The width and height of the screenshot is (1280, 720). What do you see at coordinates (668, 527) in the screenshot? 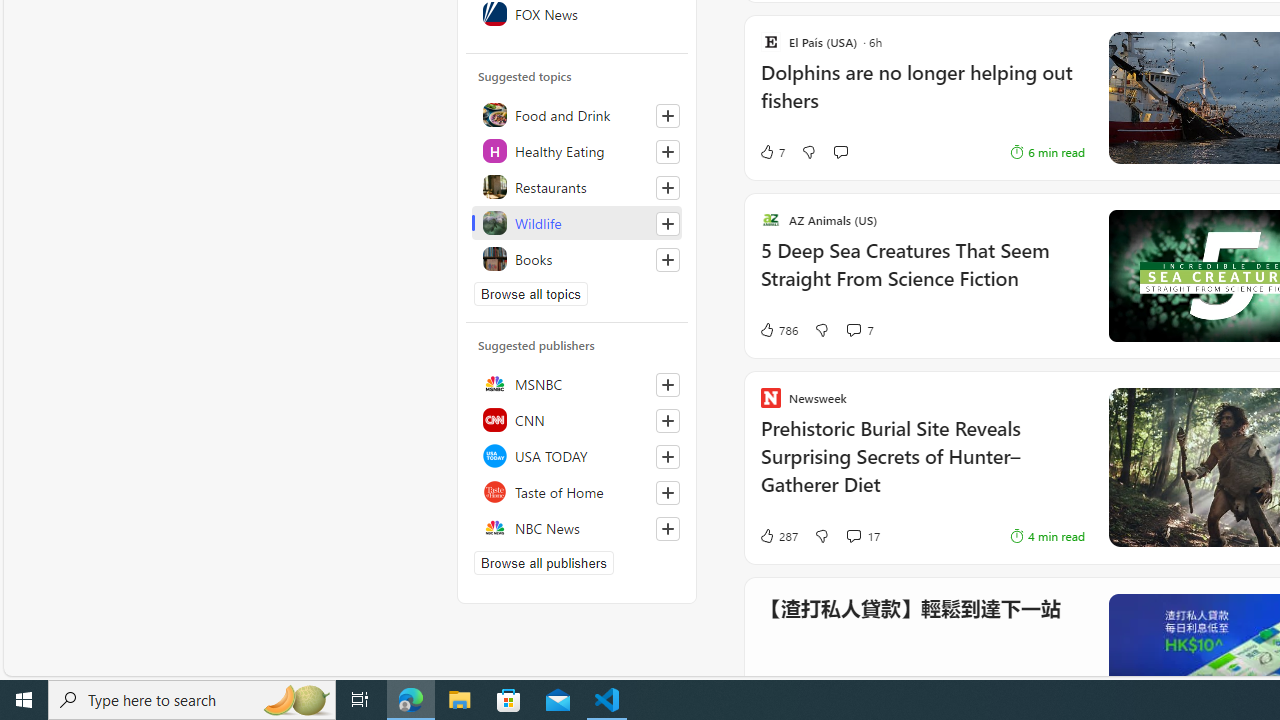
I see `'Follow this source'` at bounding box center [668, 527].